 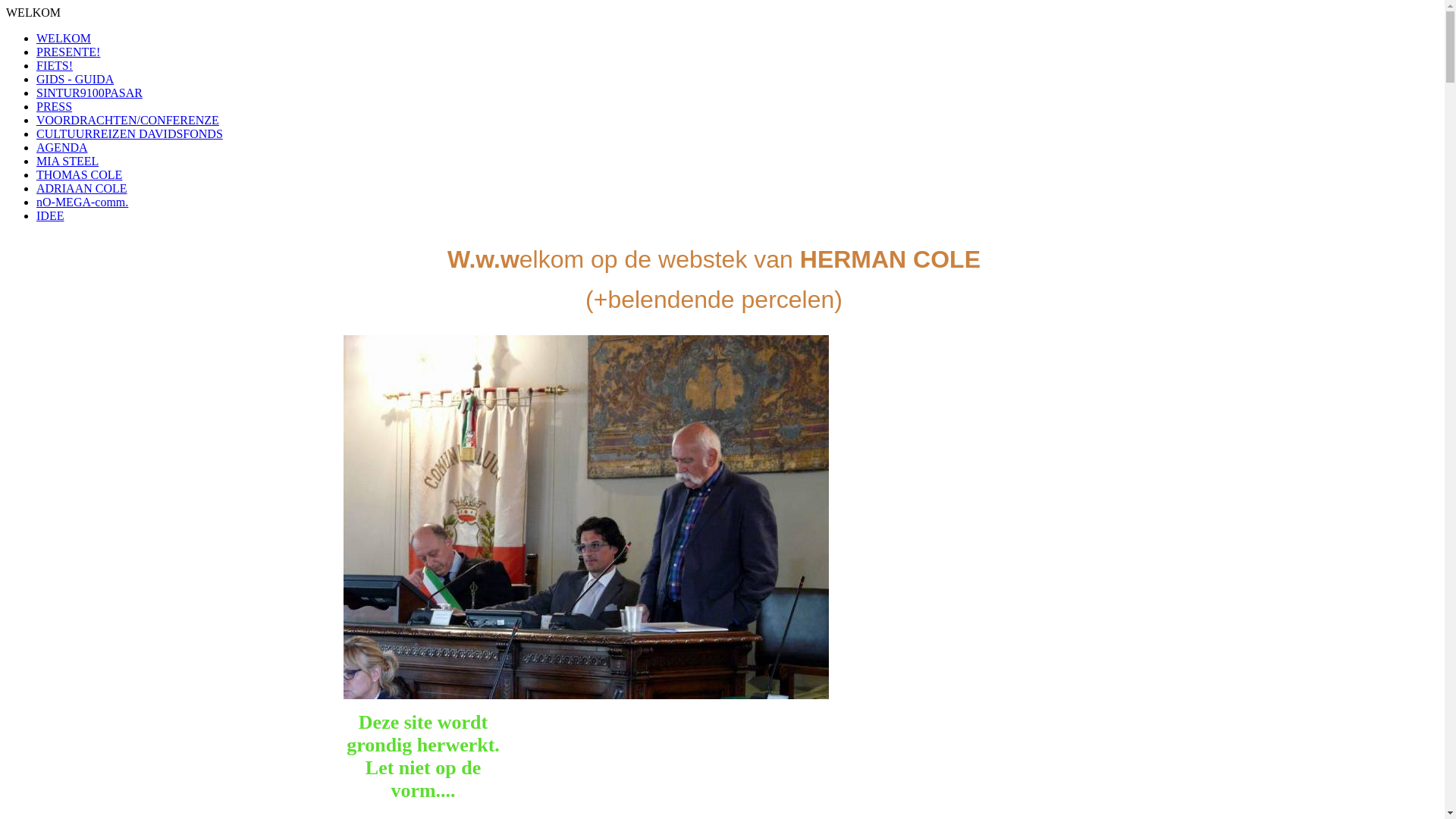 I want to click on 'MIA STEEL', so click(x=36, y=161).